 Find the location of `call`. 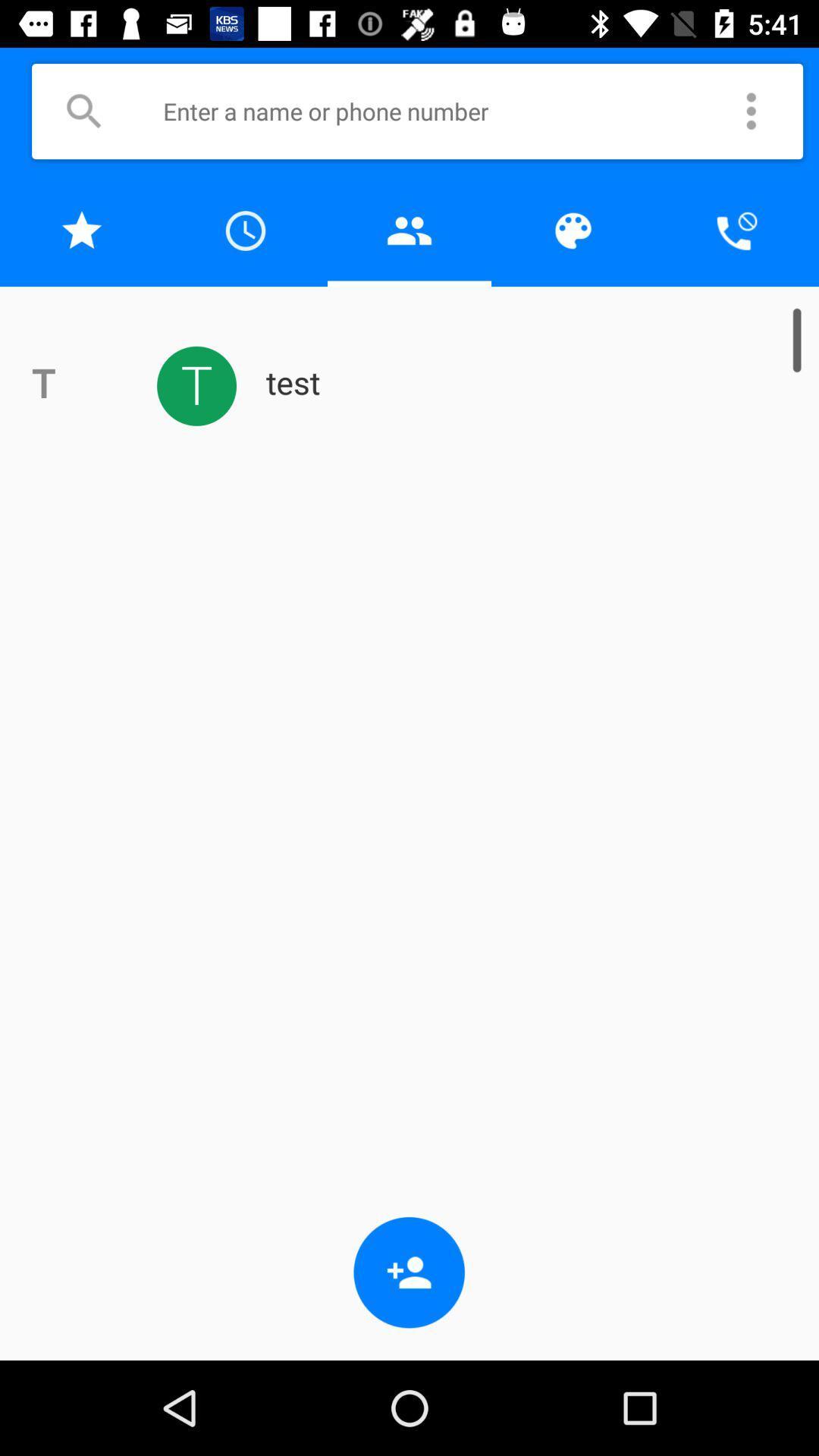

call is located at coordinates (736, 230).